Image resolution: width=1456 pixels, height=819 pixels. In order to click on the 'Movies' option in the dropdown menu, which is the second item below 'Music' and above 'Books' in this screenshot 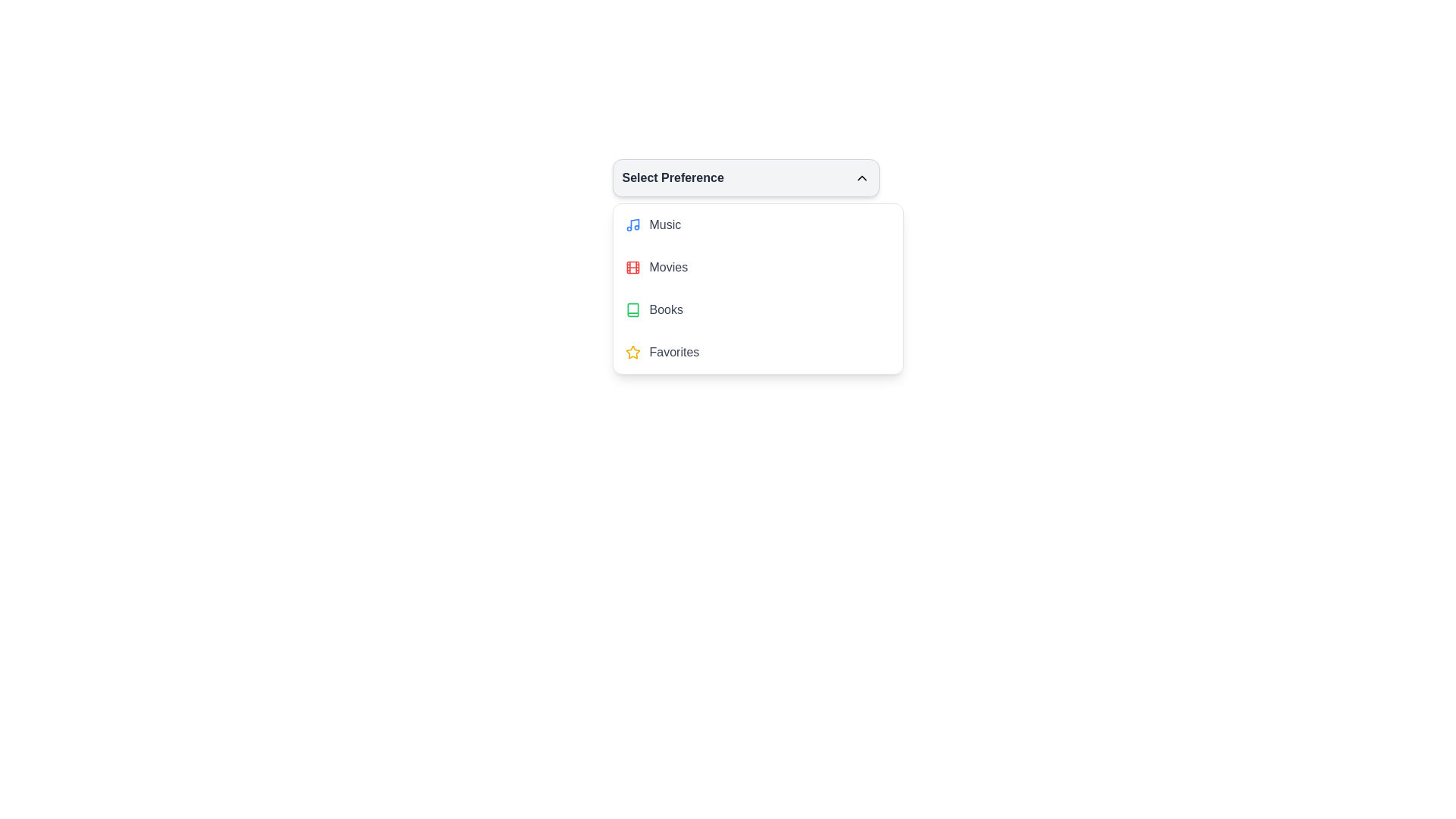, I will do `click(758, 267)`.